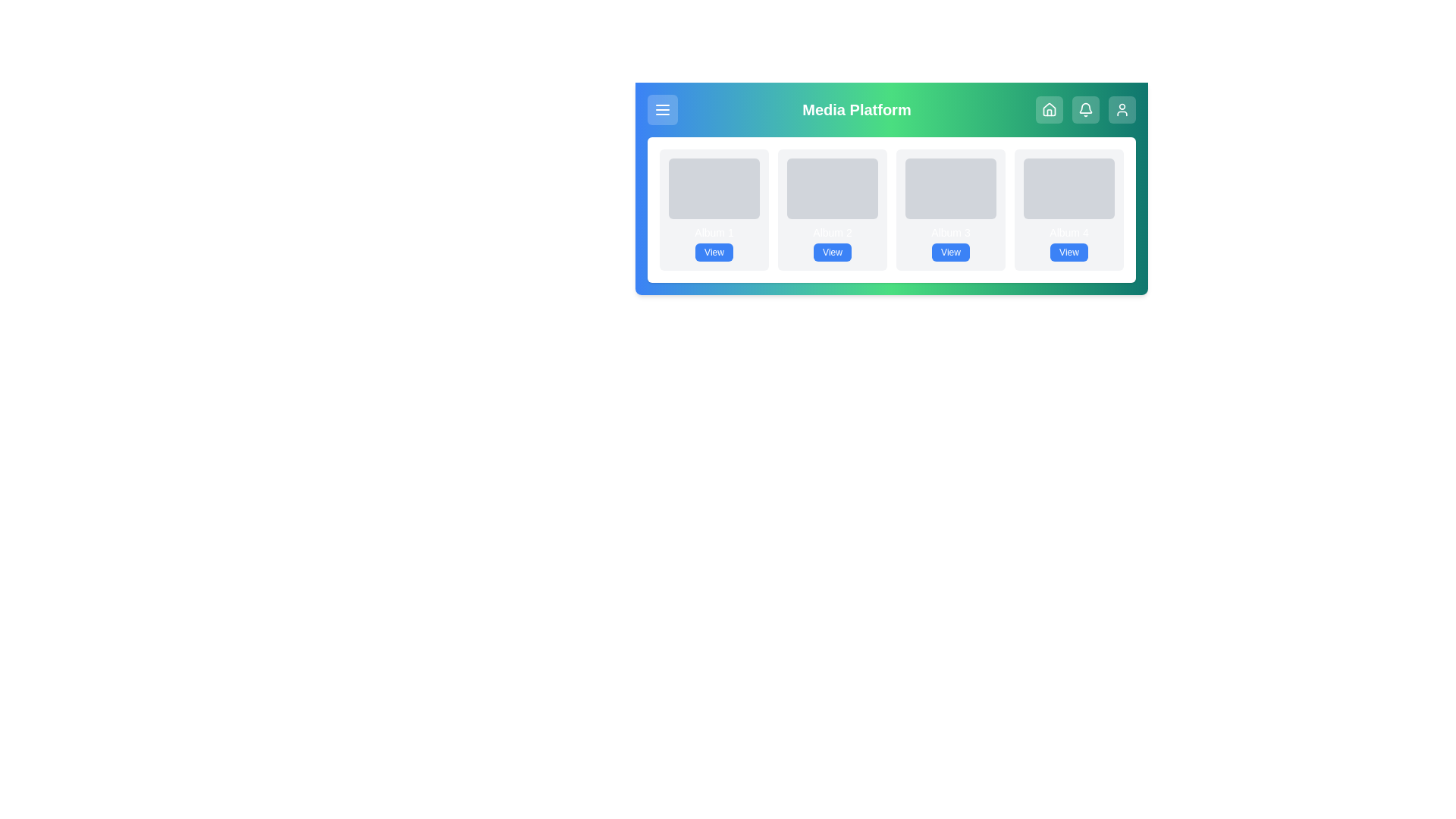  Describe the element at coordinates (1084, 109) in the screenshot. I see `the notifications button to navigate to the corresponding section` at that location.